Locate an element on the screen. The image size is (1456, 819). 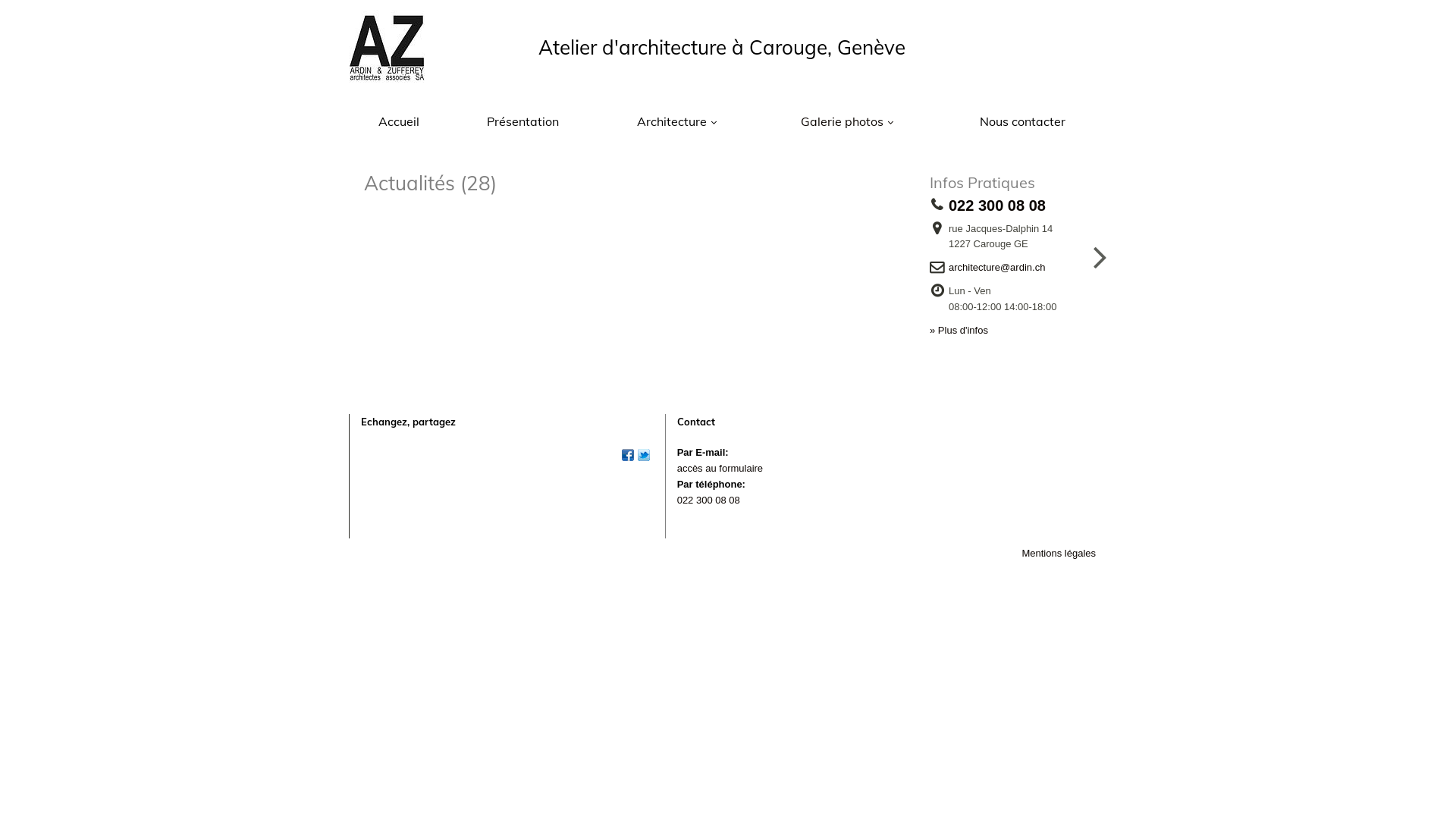
'Architecture' is located at coordinates (676, 121).